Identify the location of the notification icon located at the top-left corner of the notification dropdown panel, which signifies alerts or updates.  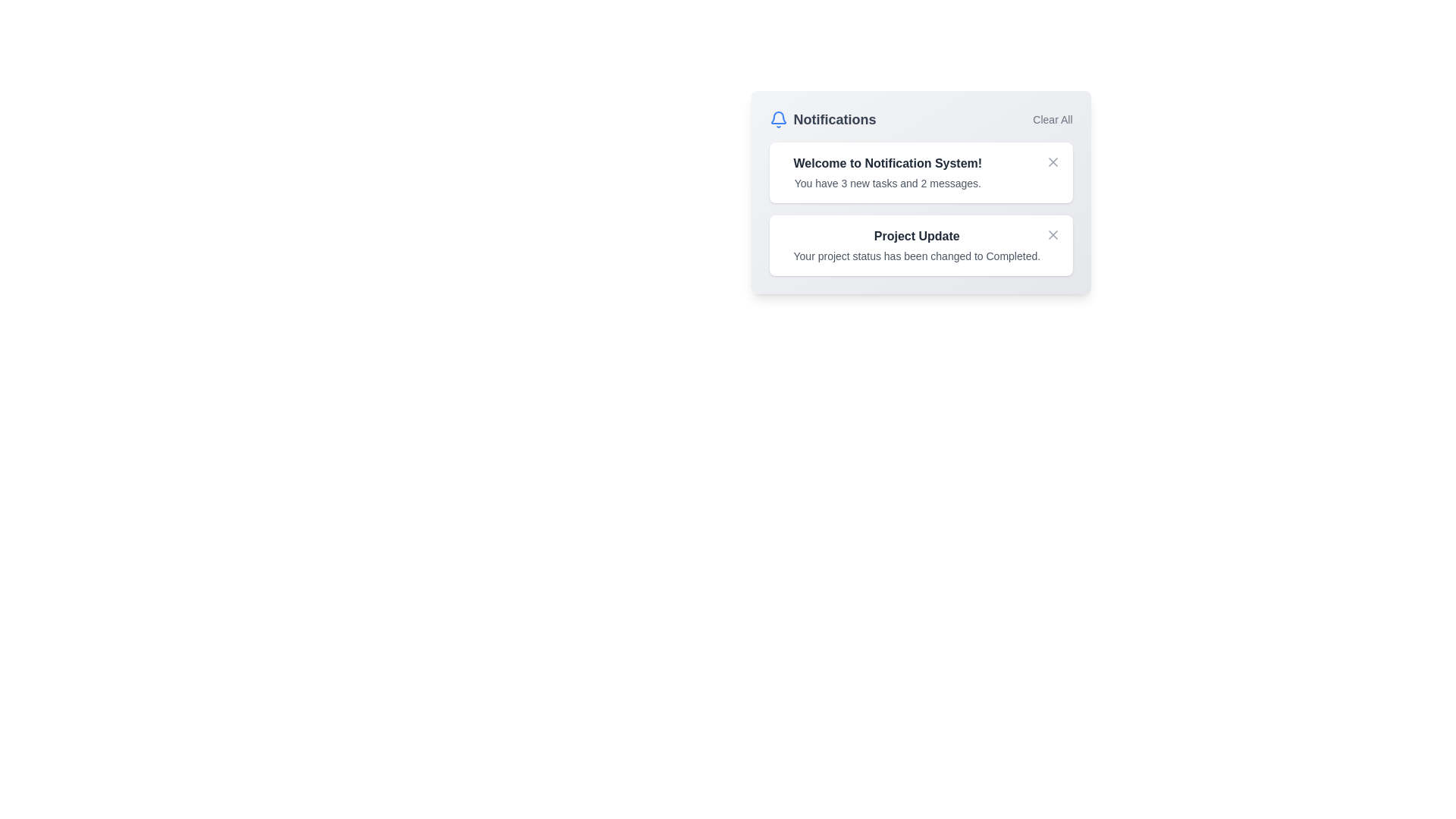
(778, 117).